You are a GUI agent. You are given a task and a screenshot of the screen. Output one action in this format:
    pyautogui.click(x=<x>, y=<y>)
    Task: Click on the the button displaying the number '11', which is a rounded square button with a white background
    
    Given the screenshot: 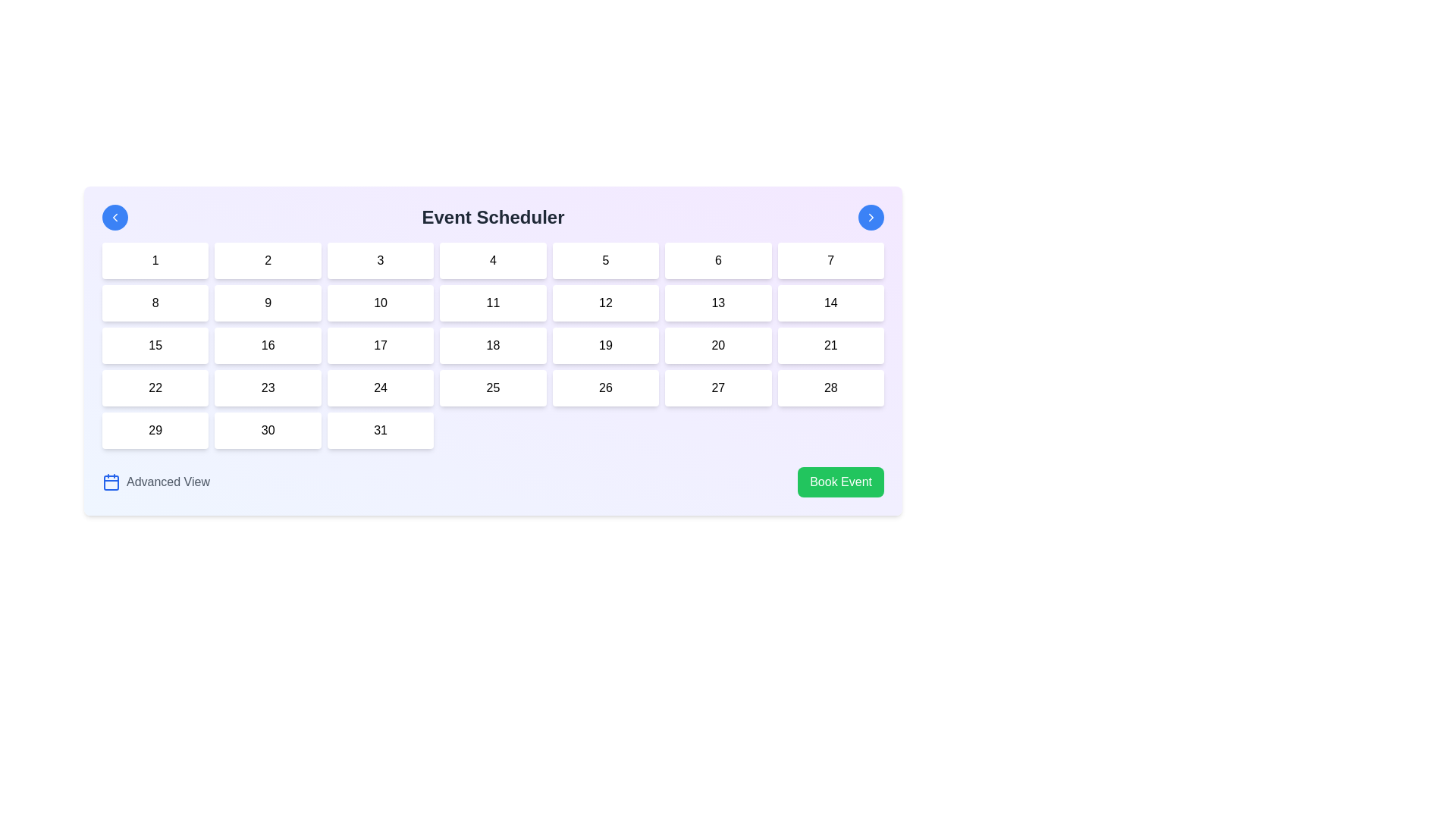 What is the action you would take?
    pyautogui.click(x=493, y=303)
    